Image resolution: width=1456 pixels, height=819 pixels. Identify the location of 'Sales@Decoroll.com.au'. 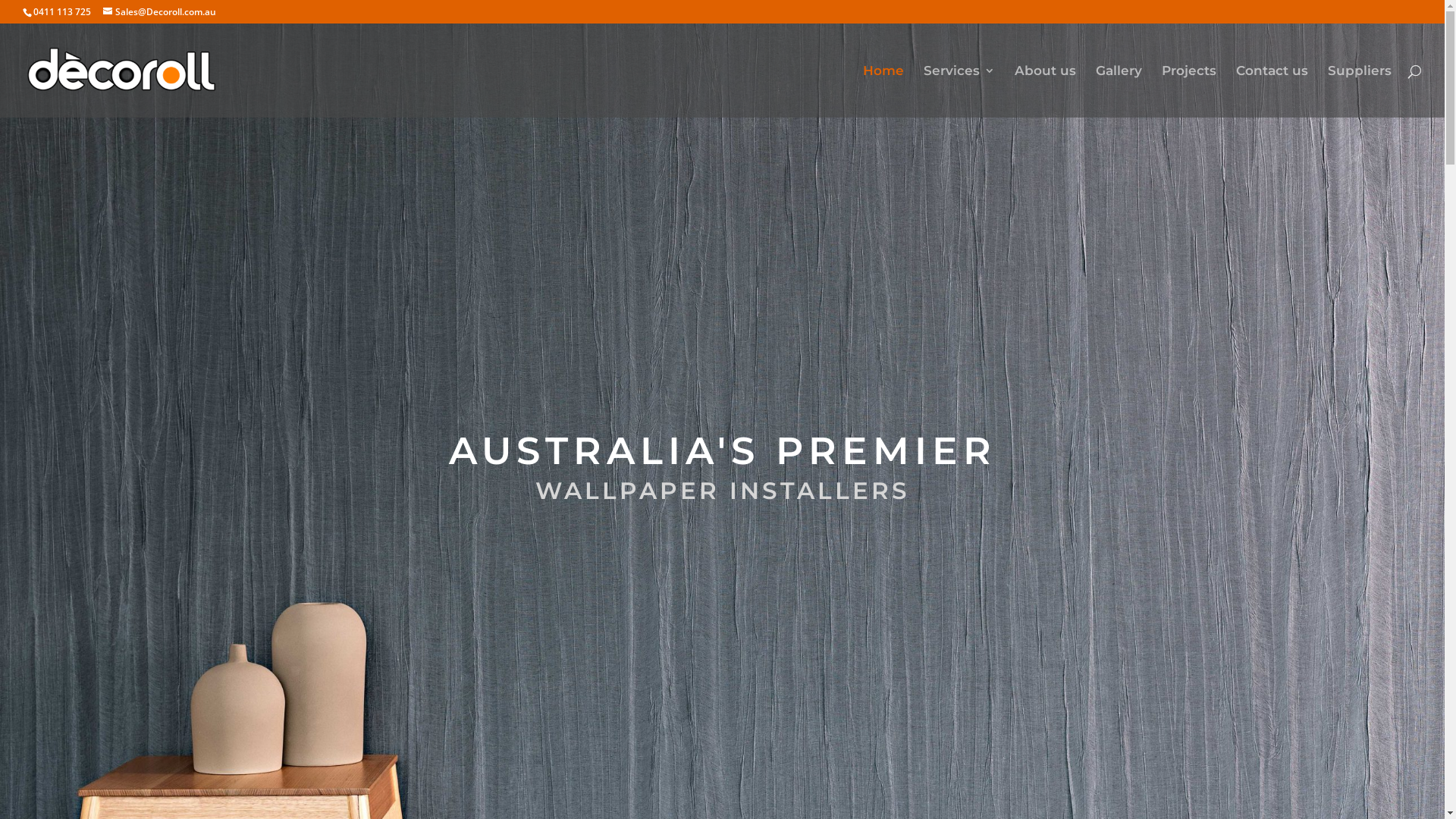
(159, 11).